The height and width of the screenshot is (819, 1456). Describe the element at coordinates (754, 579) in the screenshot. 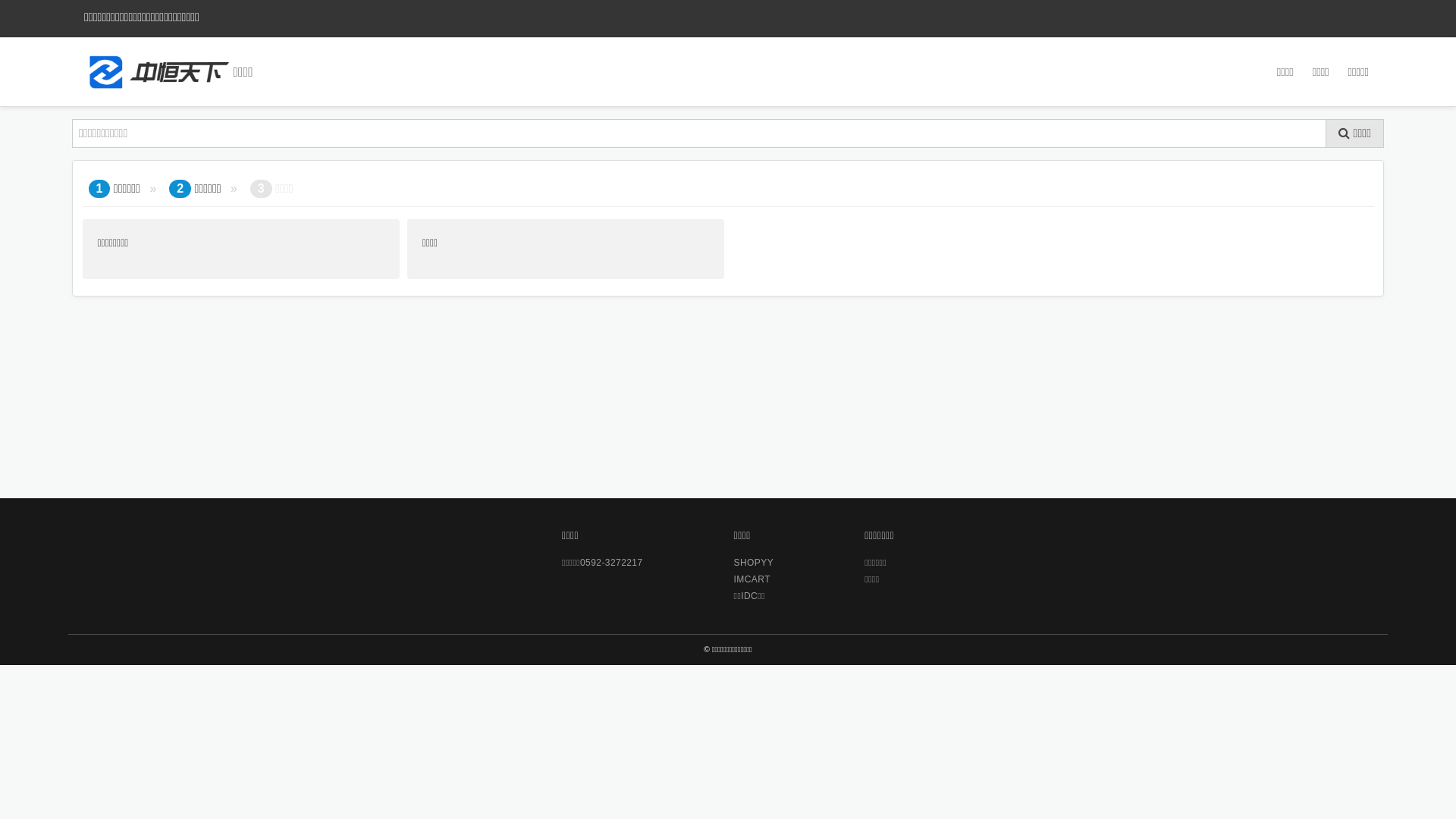

I see `'IMCART'` at that location.